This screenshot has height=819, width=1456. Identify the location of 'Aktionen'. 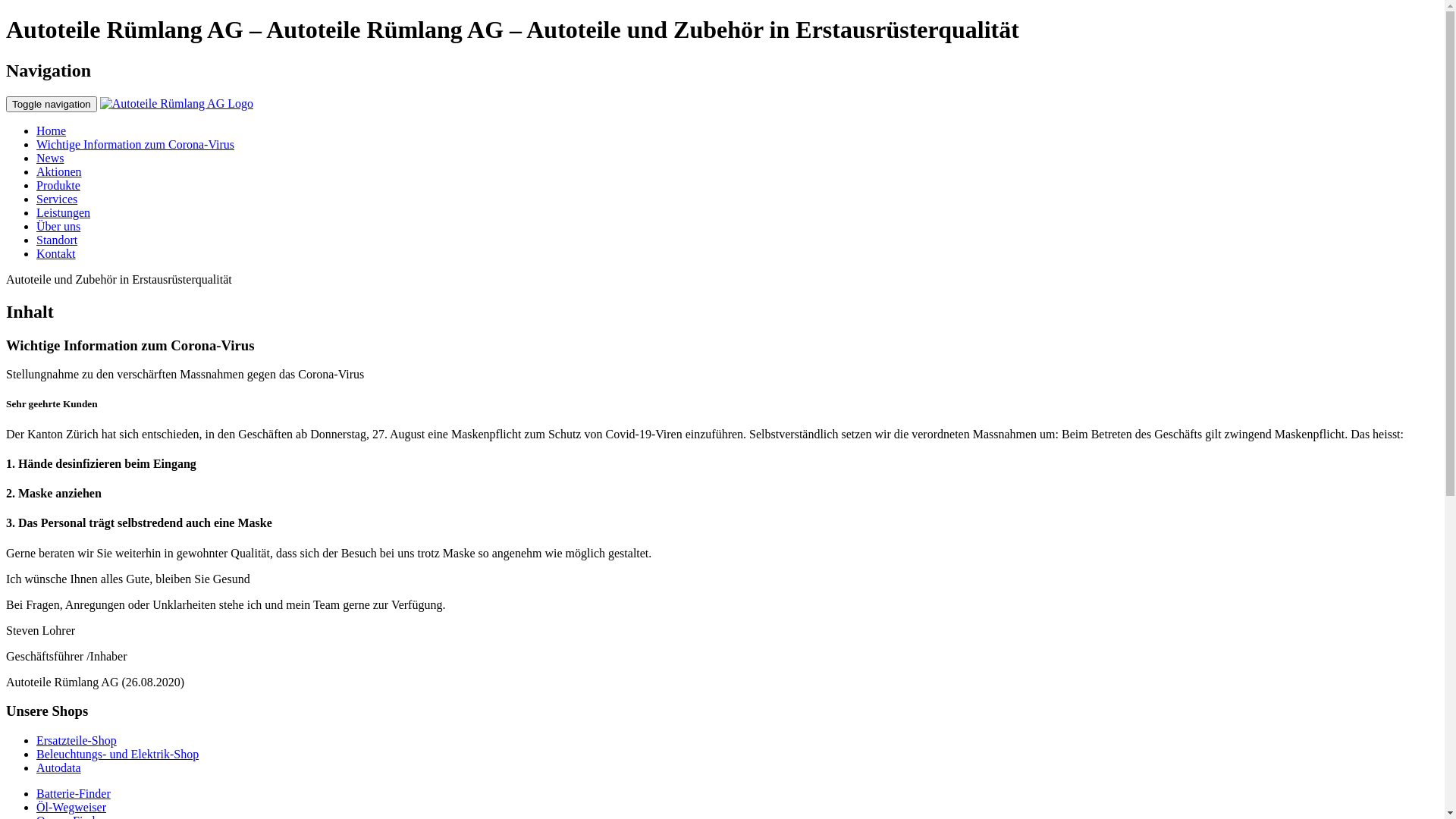
(58, 171).